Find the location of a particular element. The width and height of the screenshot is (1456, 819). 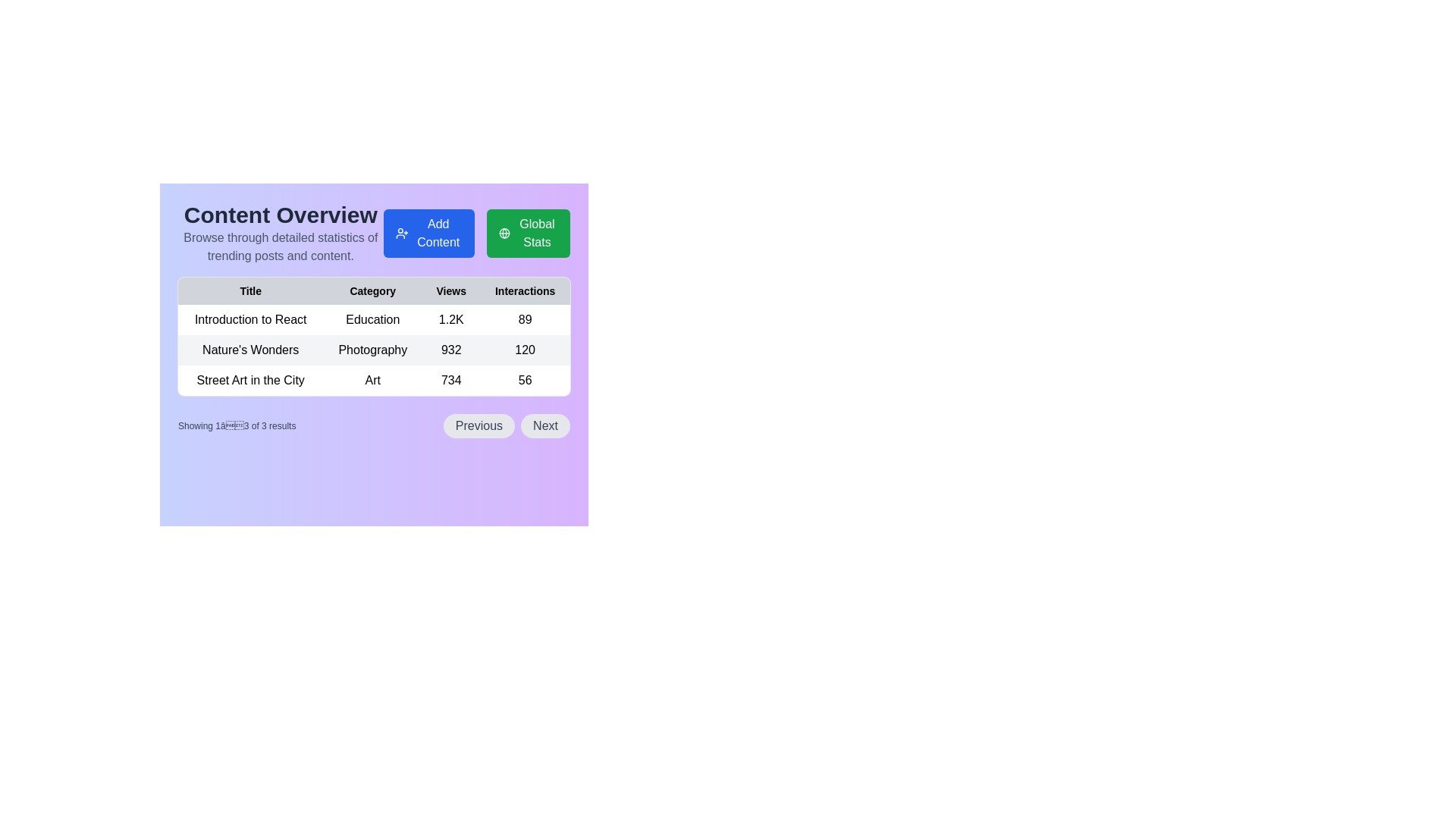

the second row of the data table in the 'Content Overview' section is located at coordinates (374, 345).